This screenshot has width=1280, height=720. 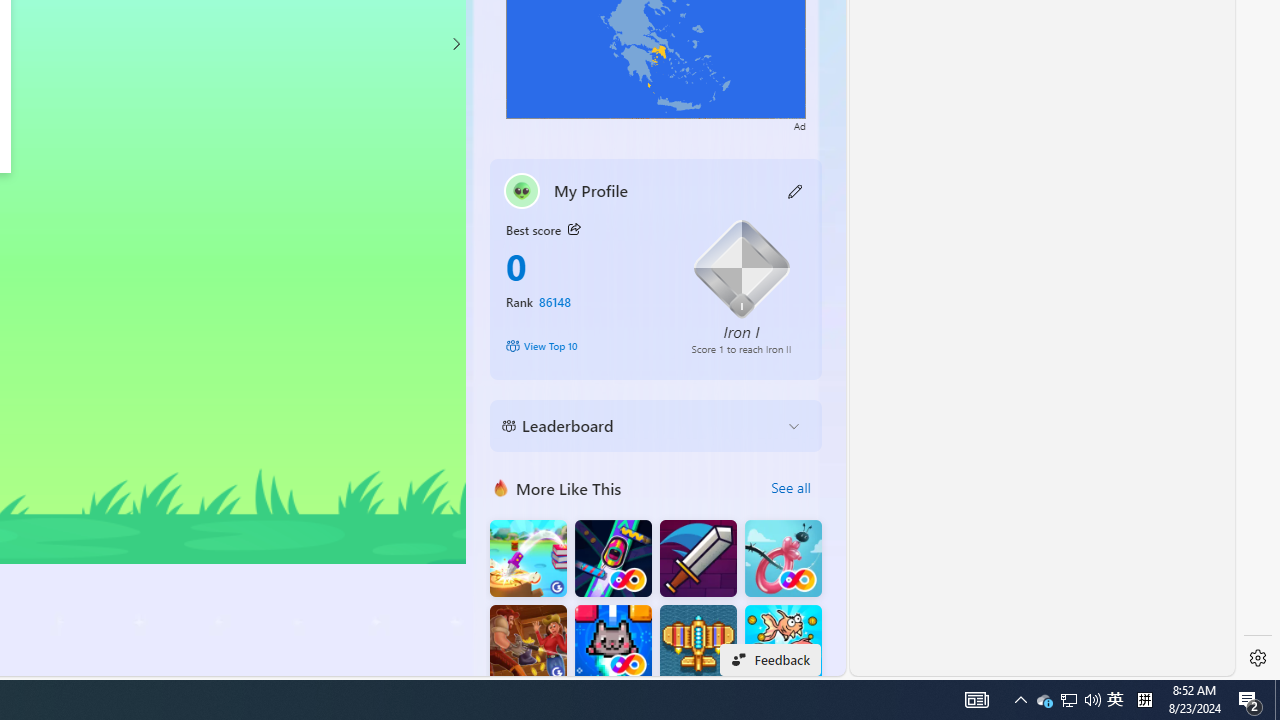 I want to click on 'Class: control', so click(x=454, y=43).